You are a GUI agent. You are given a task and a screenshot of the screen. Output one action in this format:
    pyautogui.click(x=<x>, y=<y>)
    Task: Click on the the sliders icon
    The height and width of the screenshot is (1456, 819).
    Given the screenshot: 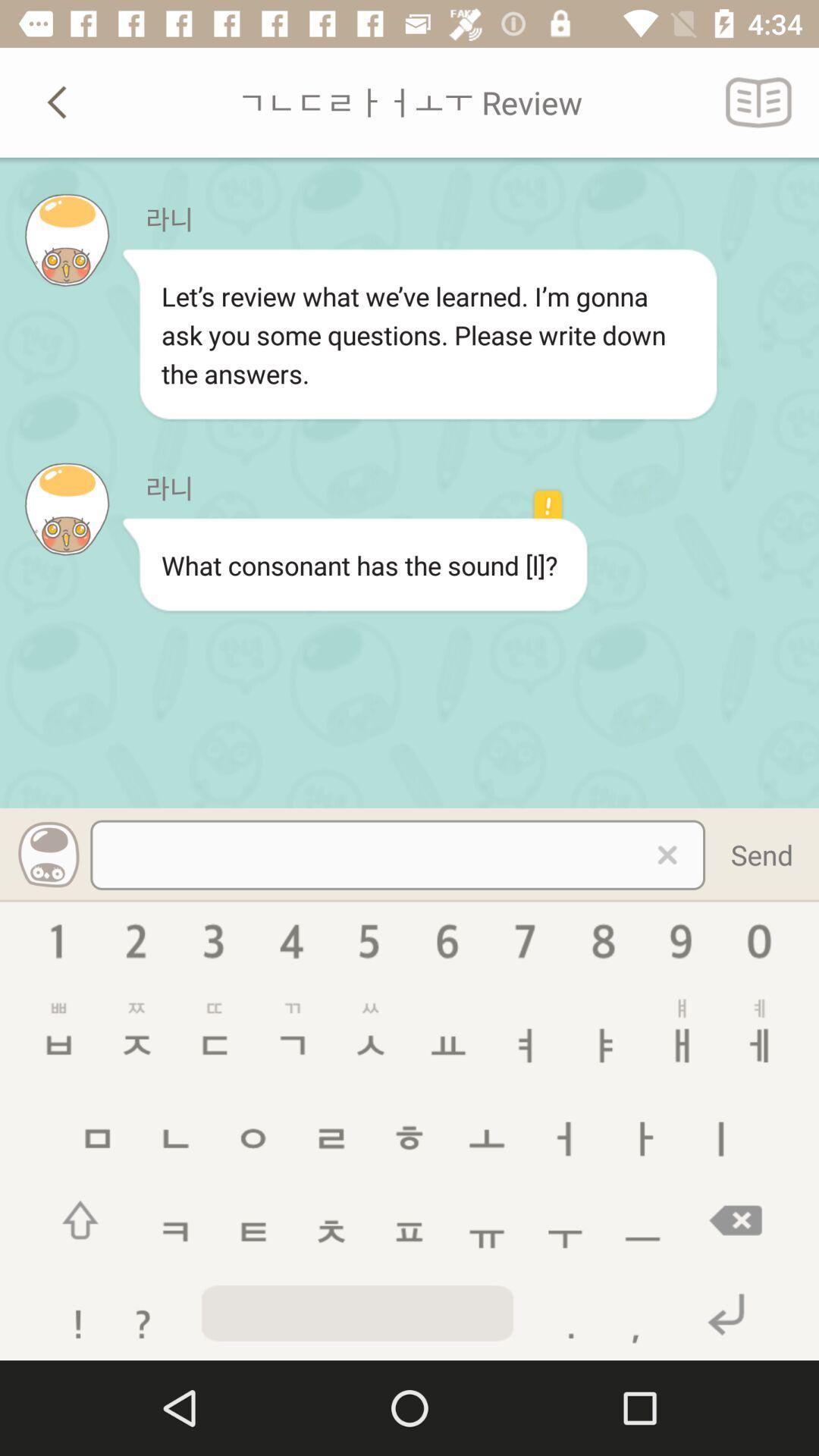 What is the action you would take?
    pyautogui.click(x=681, y=1033)
    